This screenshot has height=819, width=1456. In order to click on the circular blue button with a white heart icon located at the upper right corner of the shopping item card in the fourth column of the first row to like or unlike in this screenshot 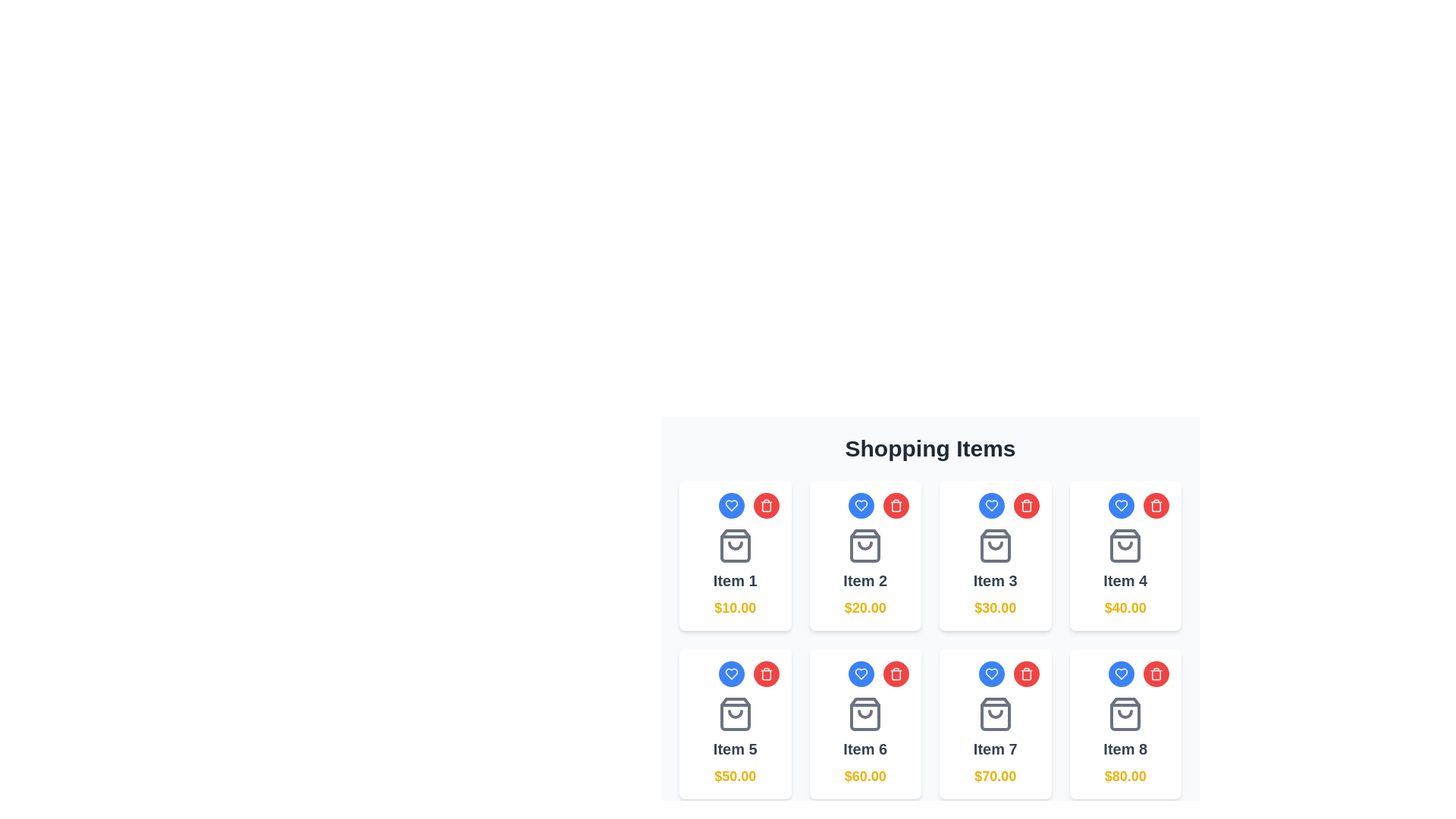, I will do `click(1121, 506)`.